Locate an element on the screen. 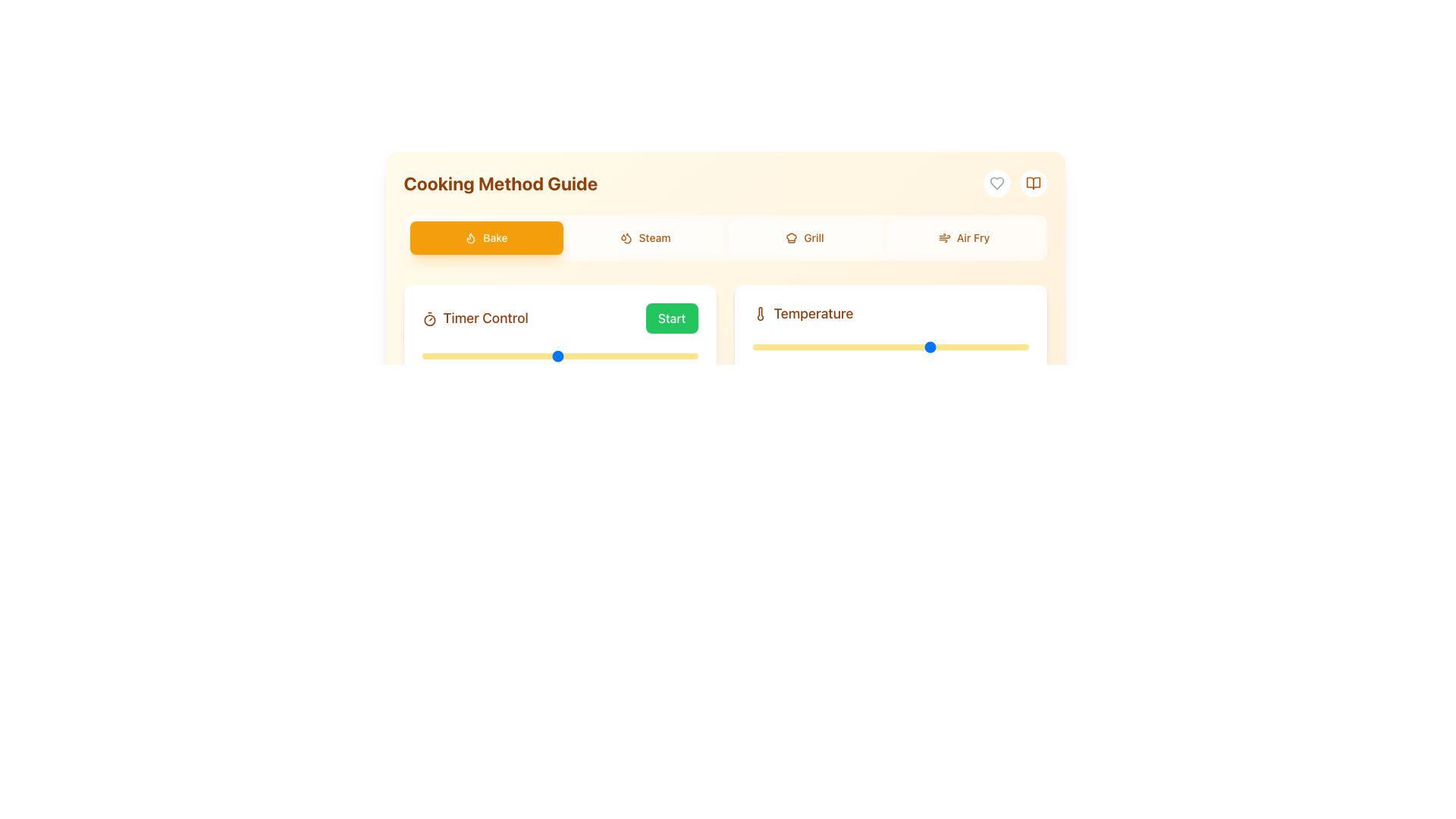  the 'Steam' button, which is a rectangular button with amber text and a steam icon, located between the 'Bake' and 'Grill' buttons is located at coordinates (645, 237).